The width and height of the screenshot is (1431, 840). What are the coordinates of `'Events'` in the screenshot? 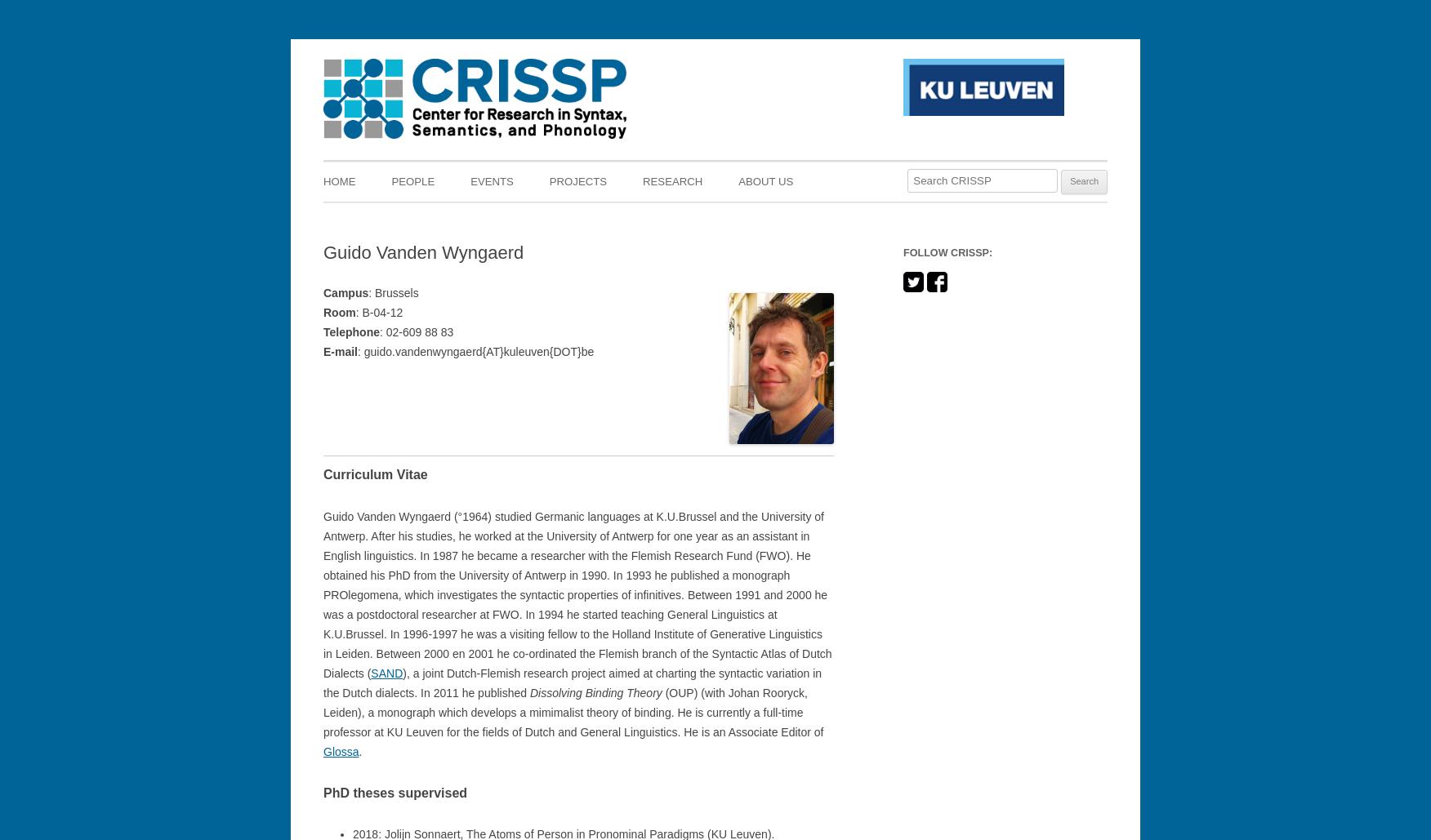 It's located at (470, 180).